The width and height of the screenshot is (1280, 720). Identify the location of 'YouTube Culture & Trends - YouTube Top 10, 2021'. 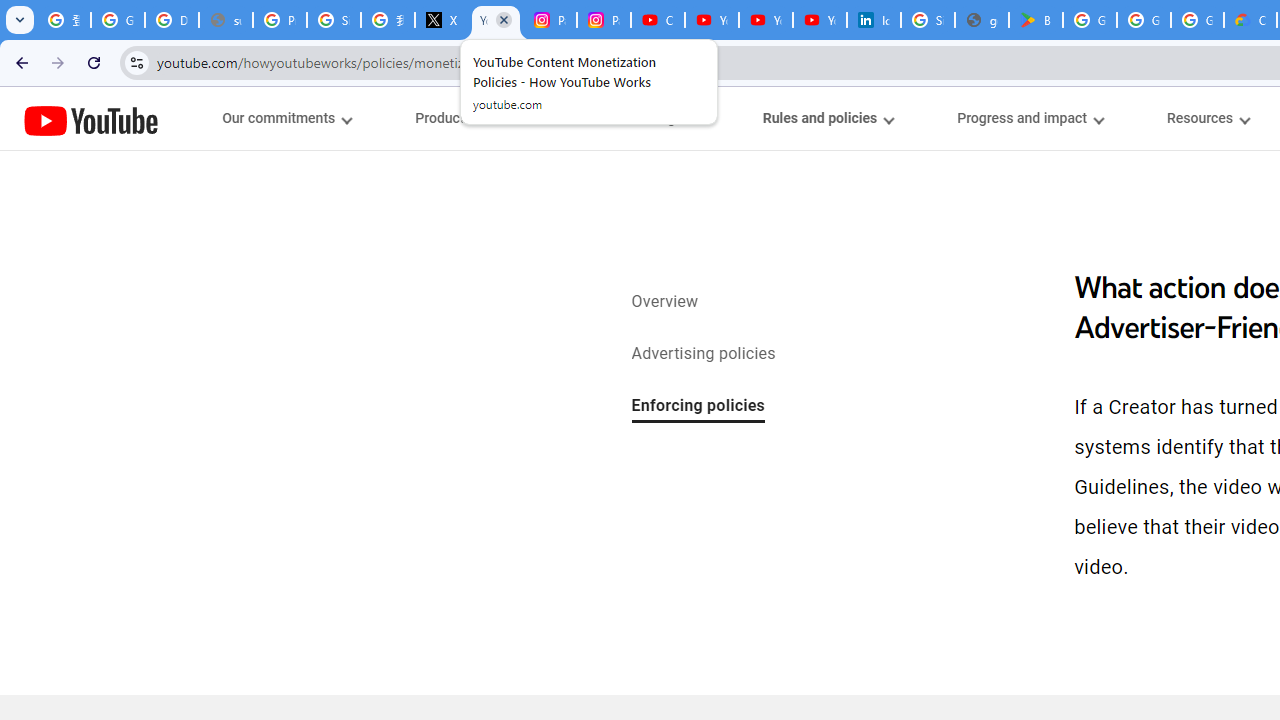
(765, 20).